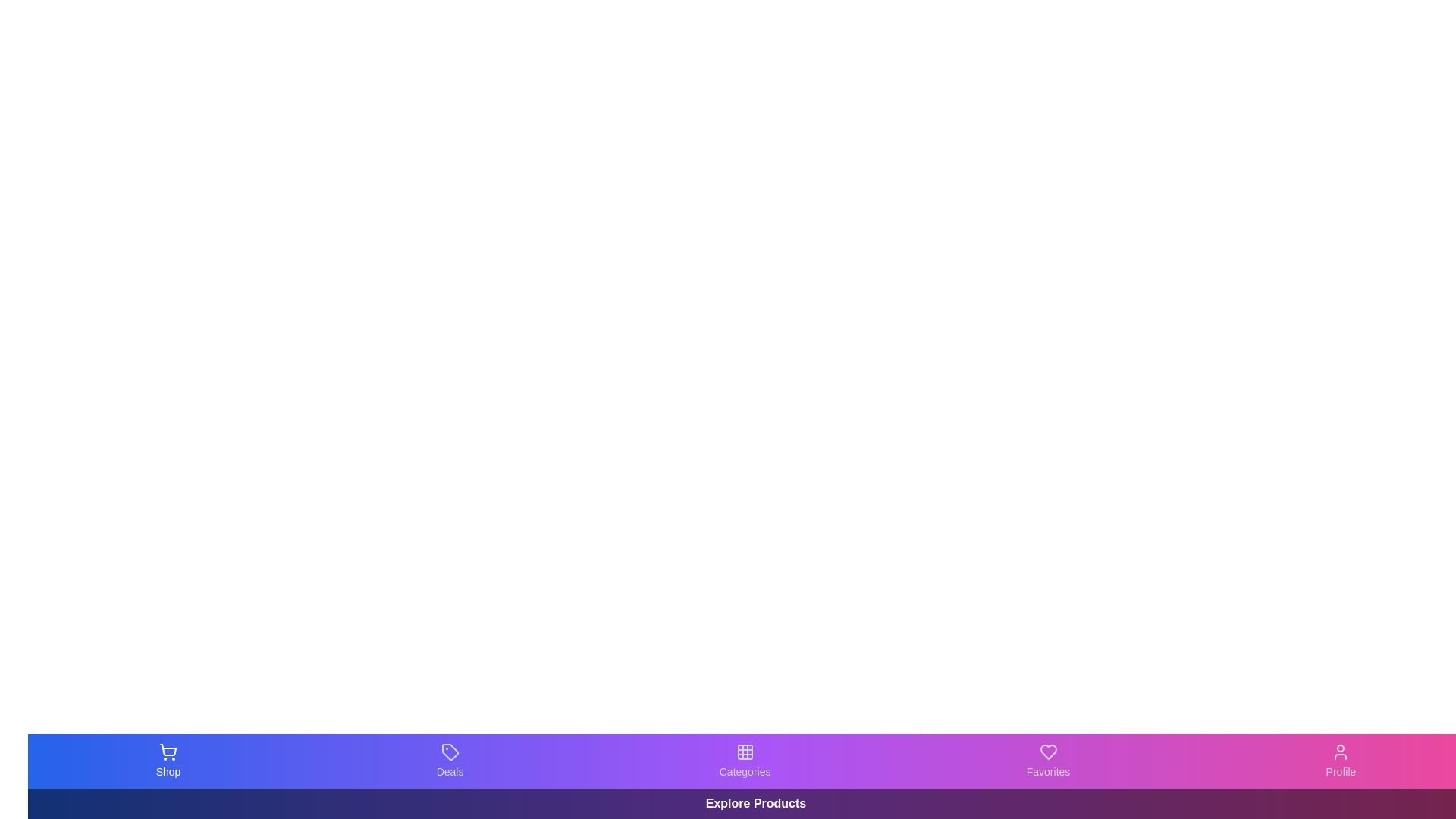 This screenshot has height=819, width=1456. What do you see at coordinates (168, 761) in the screenshot?
I see `the button labeled Shop to inspect its visual hover effect` at bounding box center [168, 761].